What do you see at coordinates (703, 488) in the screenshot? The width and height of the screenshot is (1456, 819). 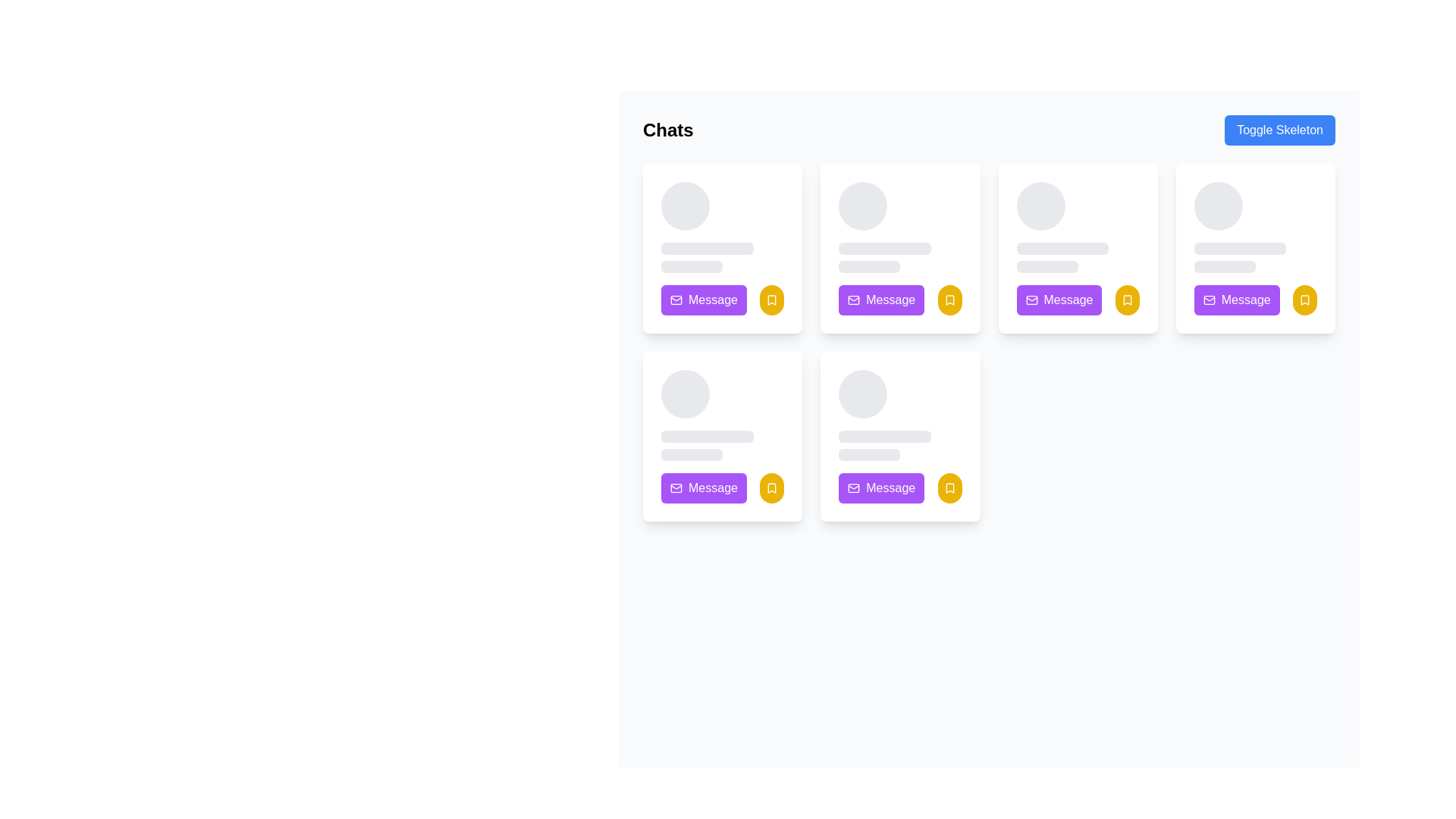 I see `the clickable button used to initiate a messaging action by navigating to it with the keyboard` at bounding box center [703, 488].